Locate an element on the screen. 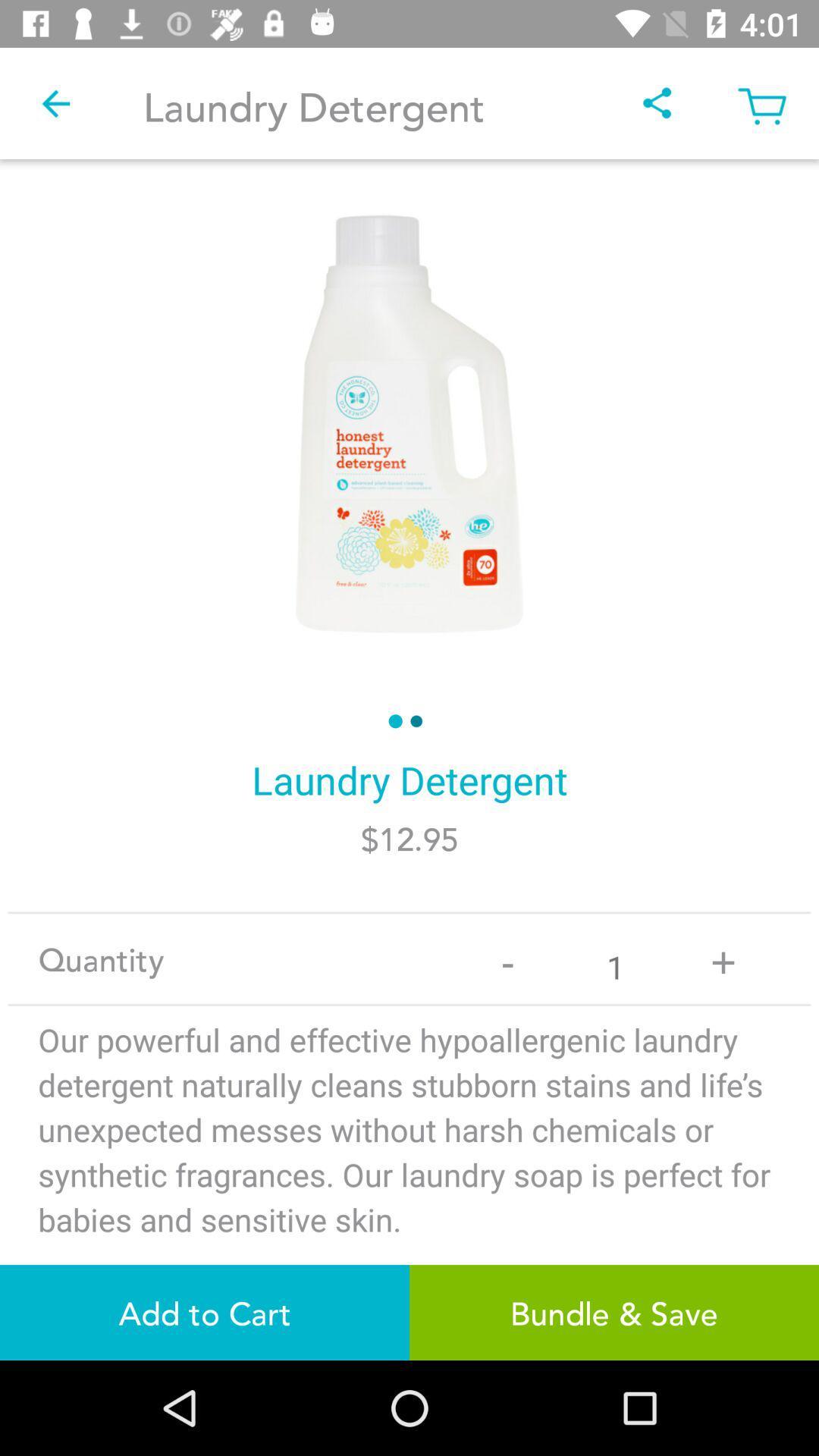 The image size is (819, 1456). the our powerful and is located at coordinates (409, 1169).